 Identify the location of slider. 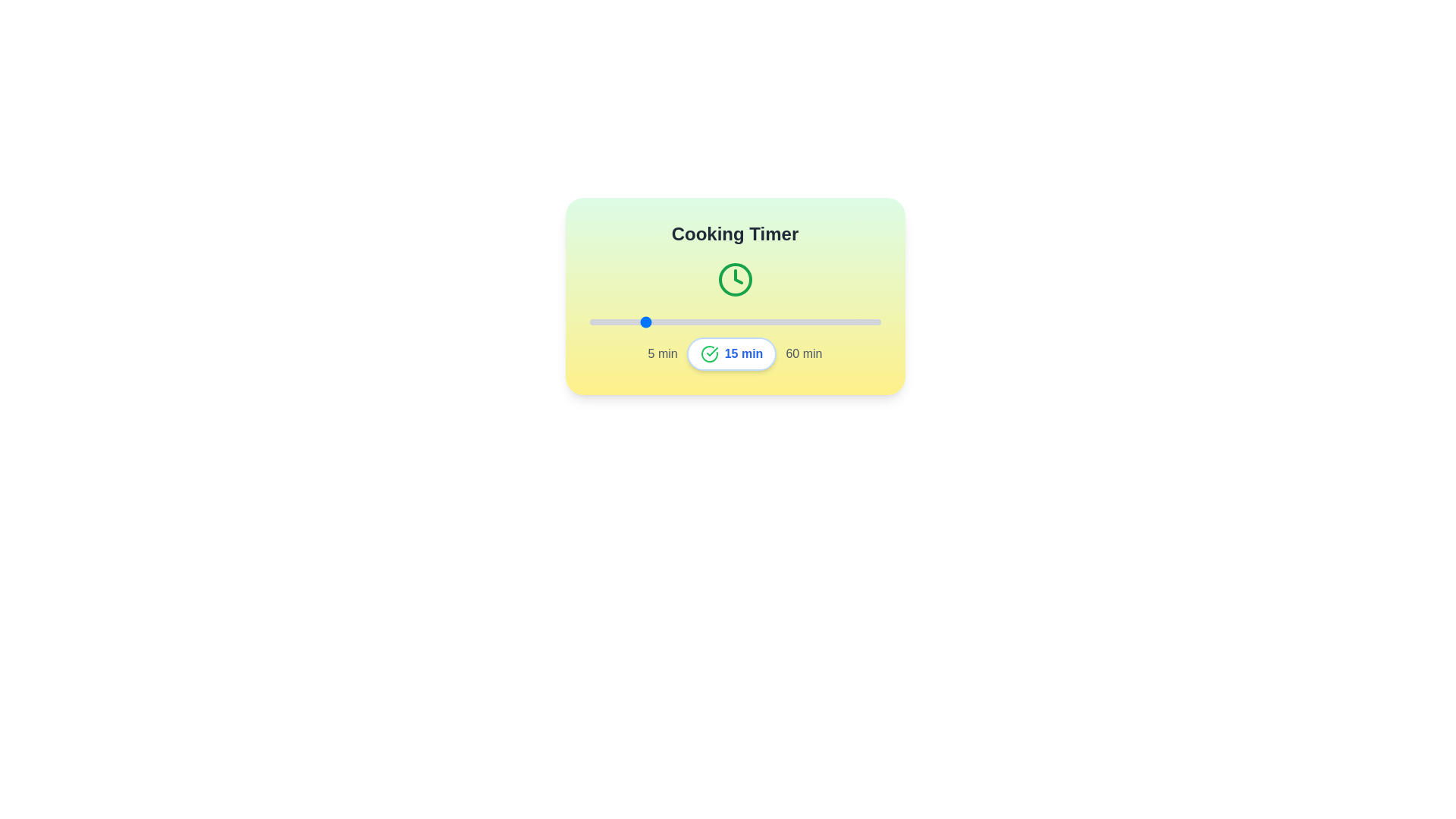
(621, 321).